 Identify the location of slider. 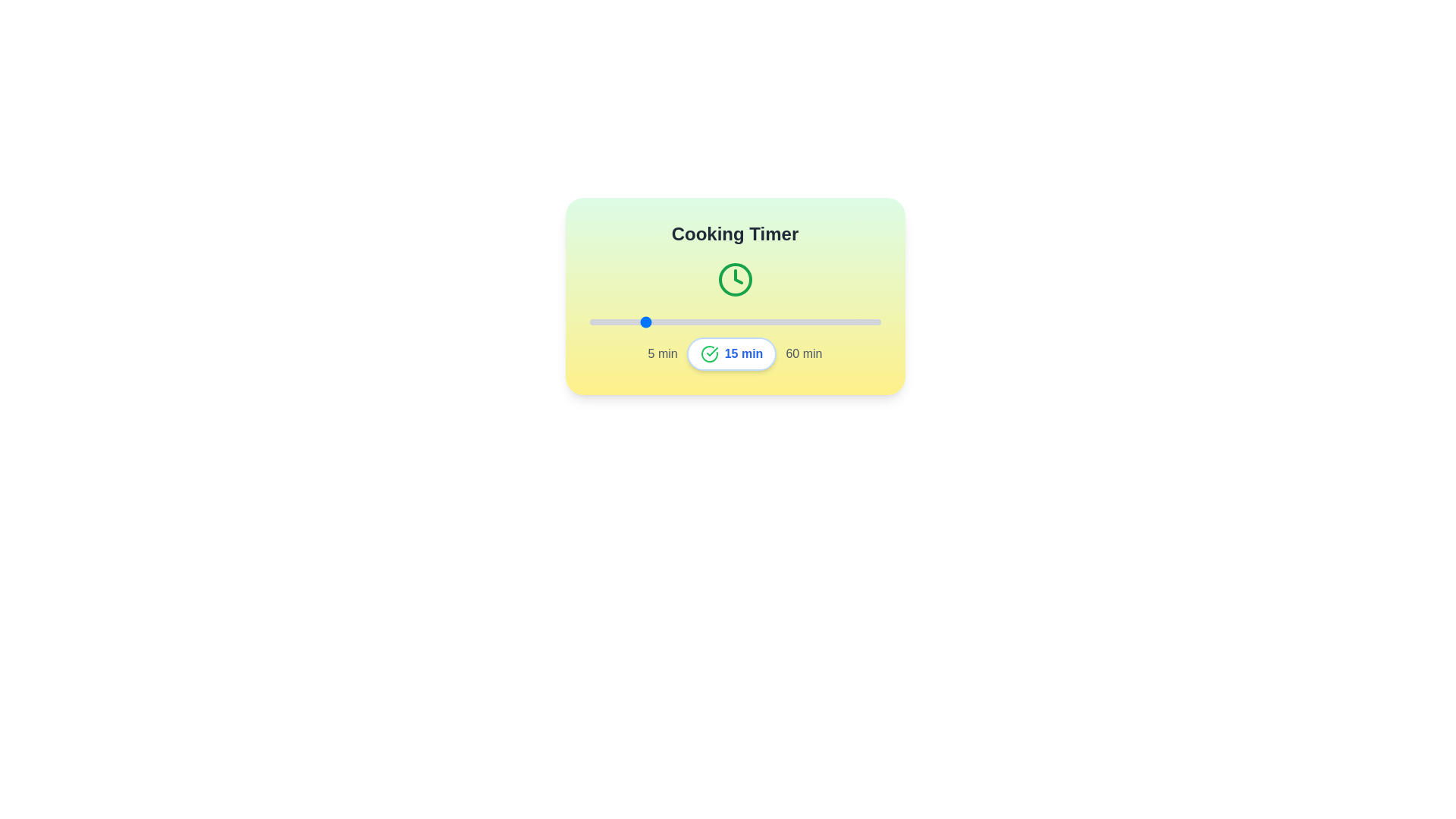
(621, 321).